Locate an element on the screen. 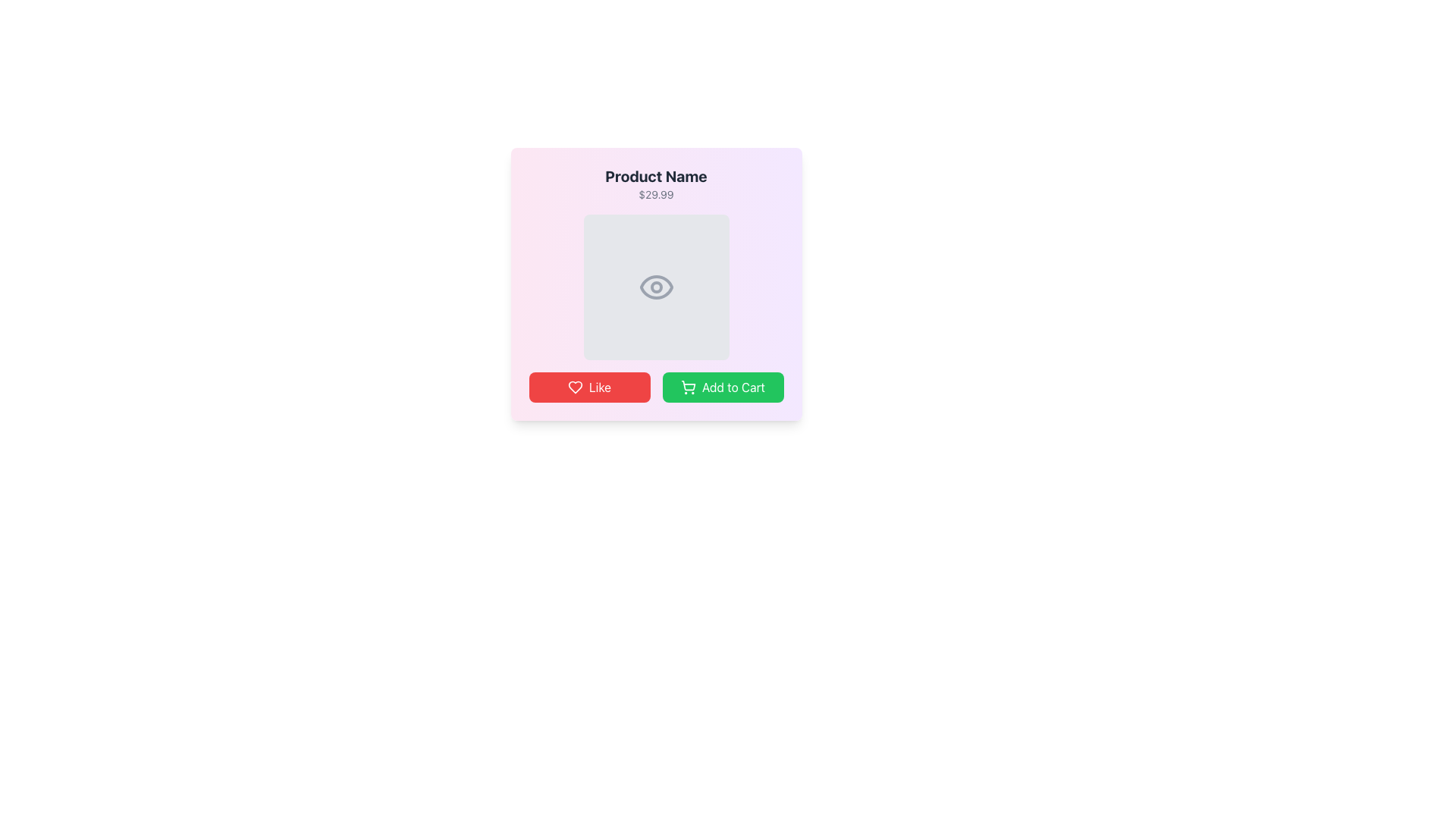  the text label displaying the price value '$29.99', which is positioned below the 'Product Name' title and above the product image is located at coordinates (656, 194).